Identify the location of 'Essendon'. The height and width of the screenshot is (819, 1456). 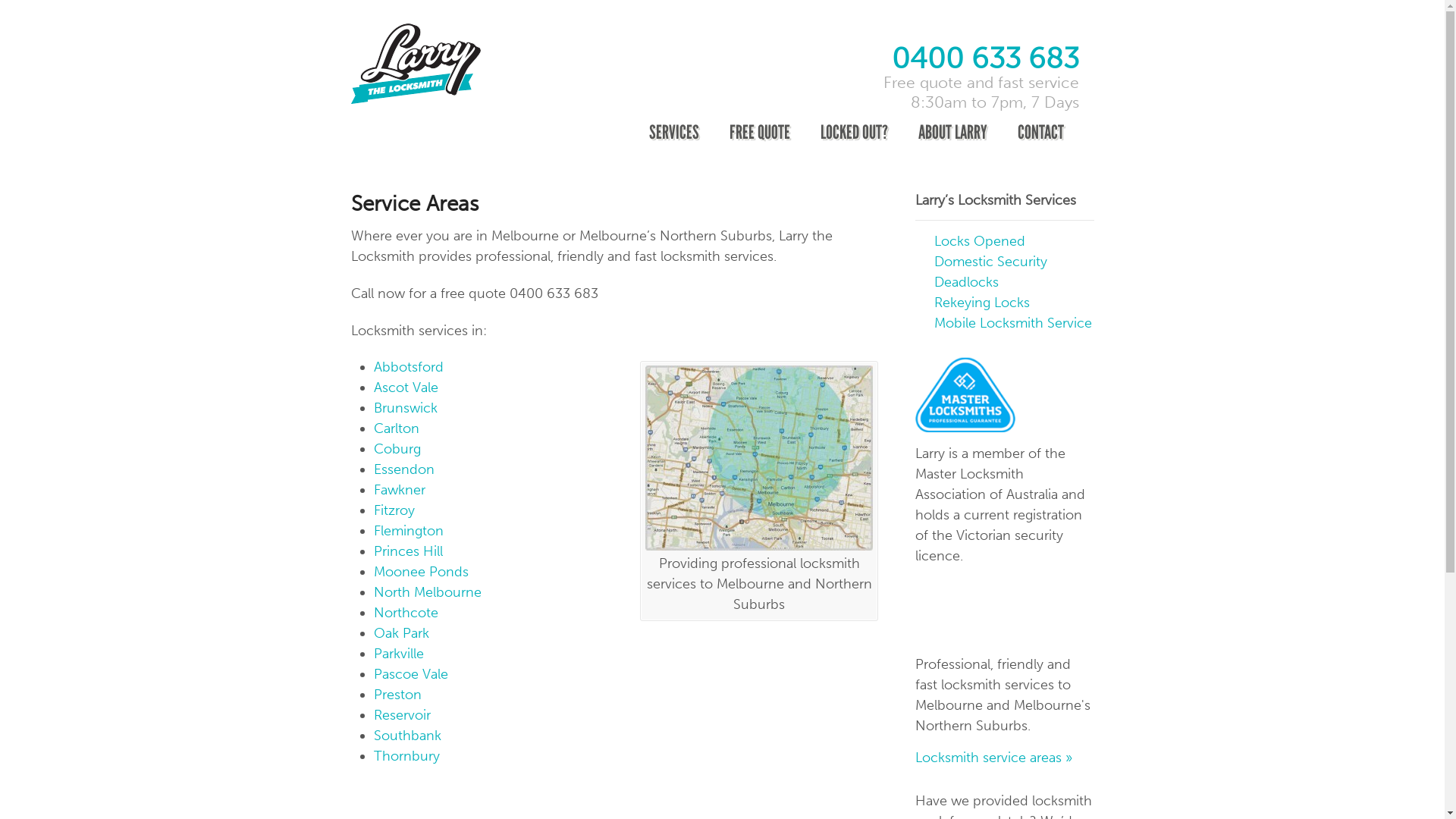
(403, 468).